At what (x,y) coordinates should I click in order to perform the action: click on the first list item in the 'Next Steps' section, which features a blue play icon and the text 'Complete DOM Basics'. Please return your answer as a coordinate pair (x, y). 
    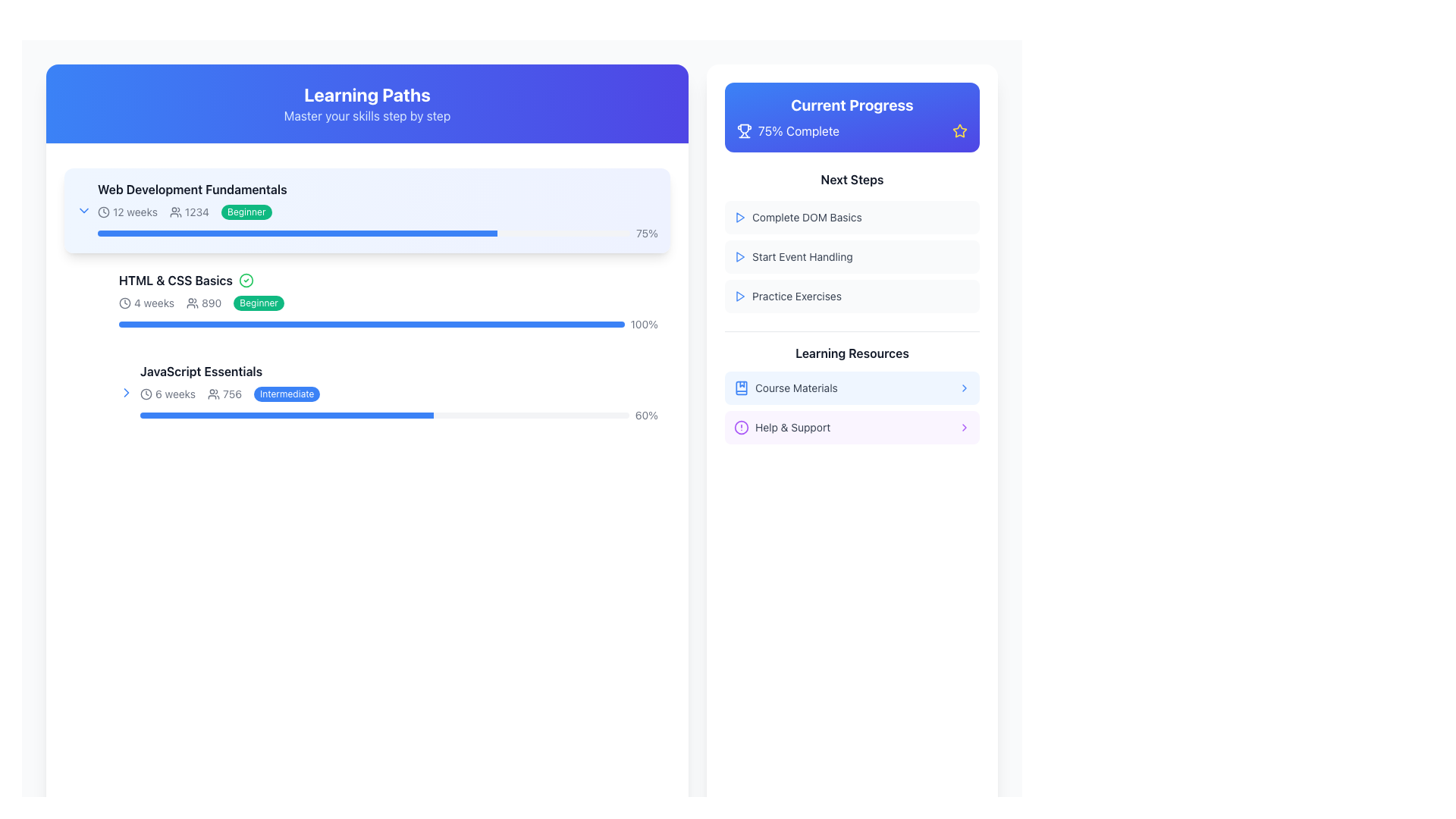
    Looking at the image, I should click on (852, 217).